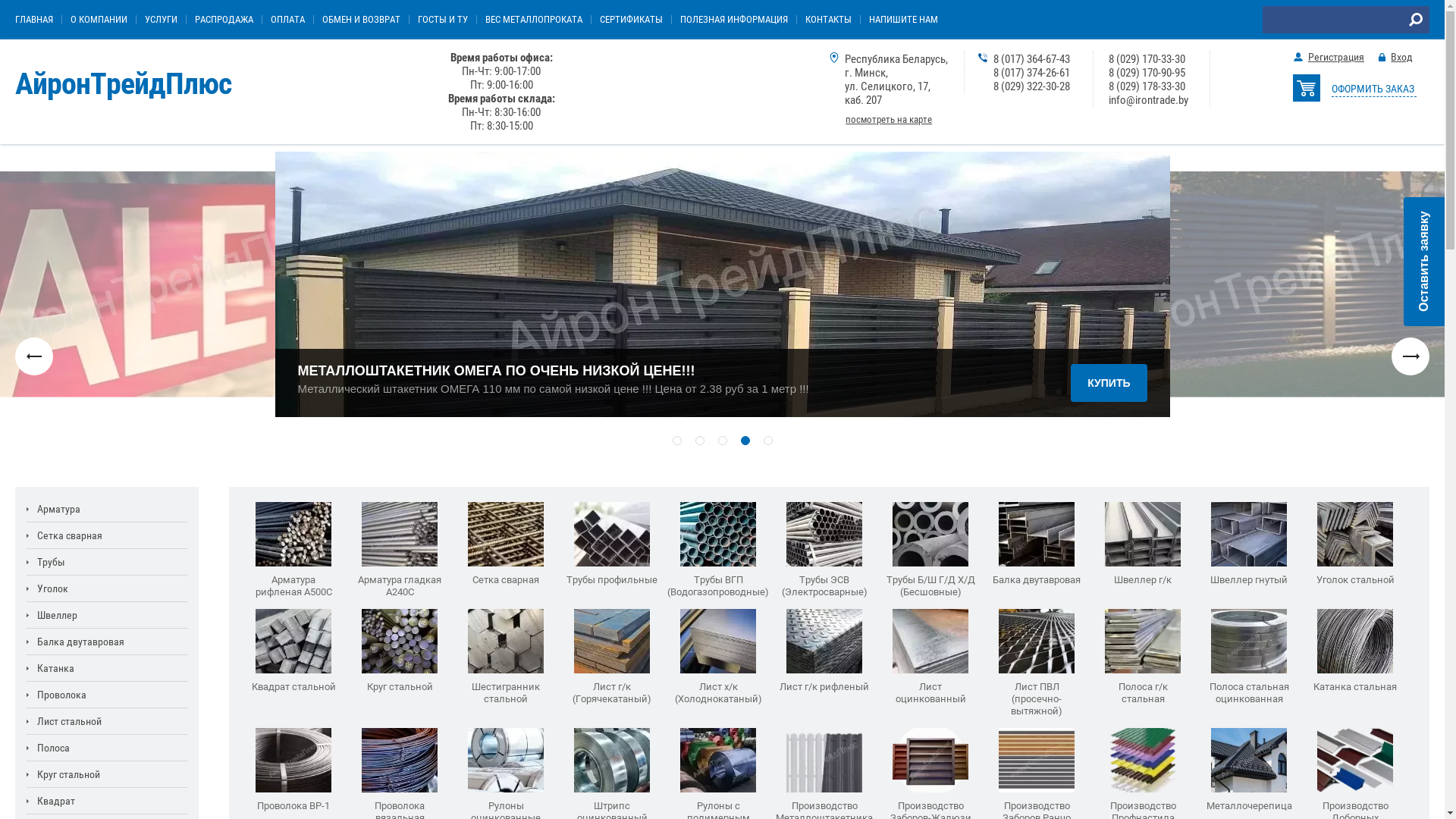  What do you see at coordinates (1109, 86) in the screenshot?
I see `'8 (029) 178-33-30'` at bounding box center [1109, 86].